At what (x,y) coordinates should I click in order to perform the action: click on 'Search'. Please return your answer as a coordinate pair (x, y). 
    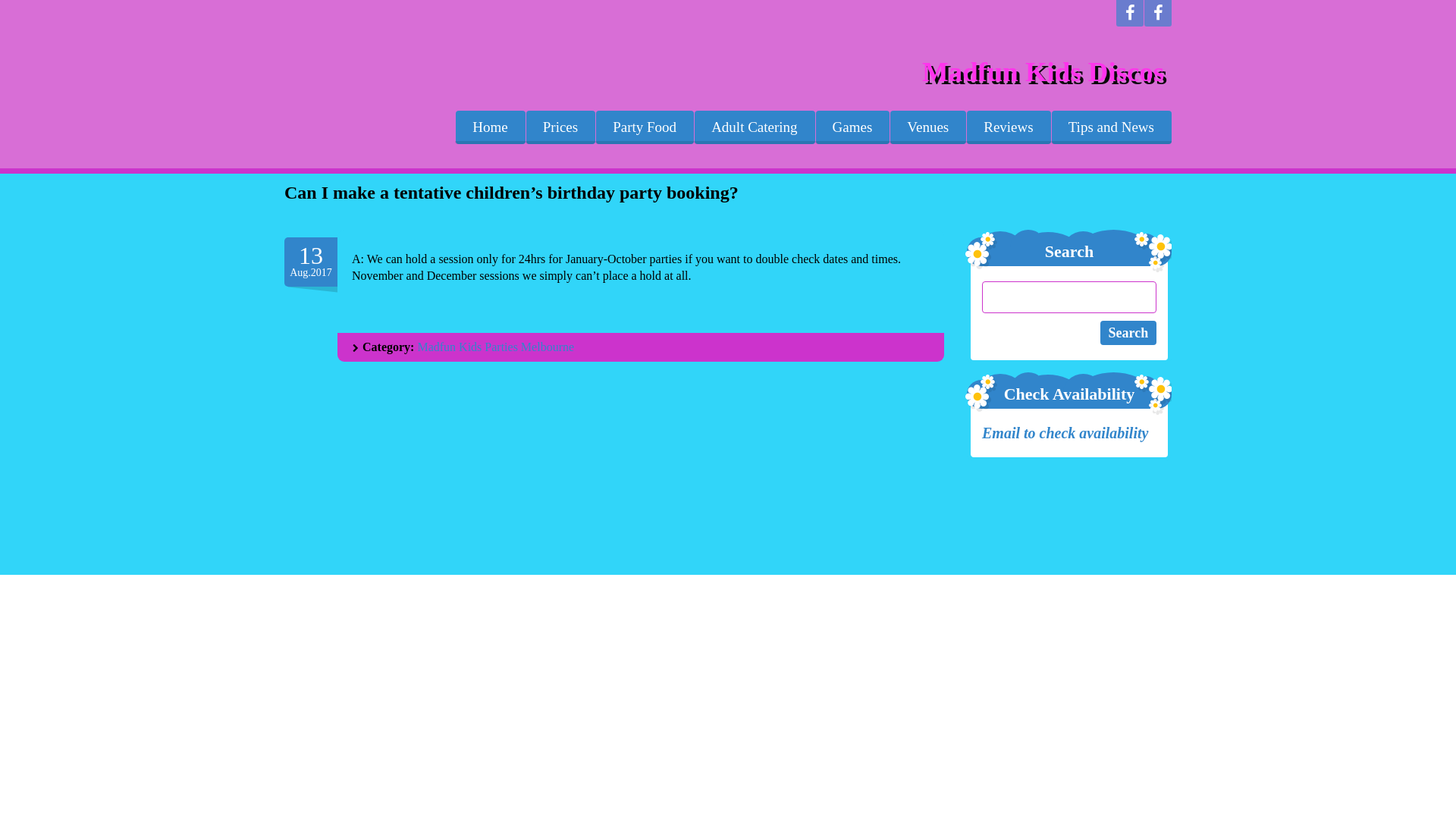
    Looking at the image, I should click on (1128, 332).